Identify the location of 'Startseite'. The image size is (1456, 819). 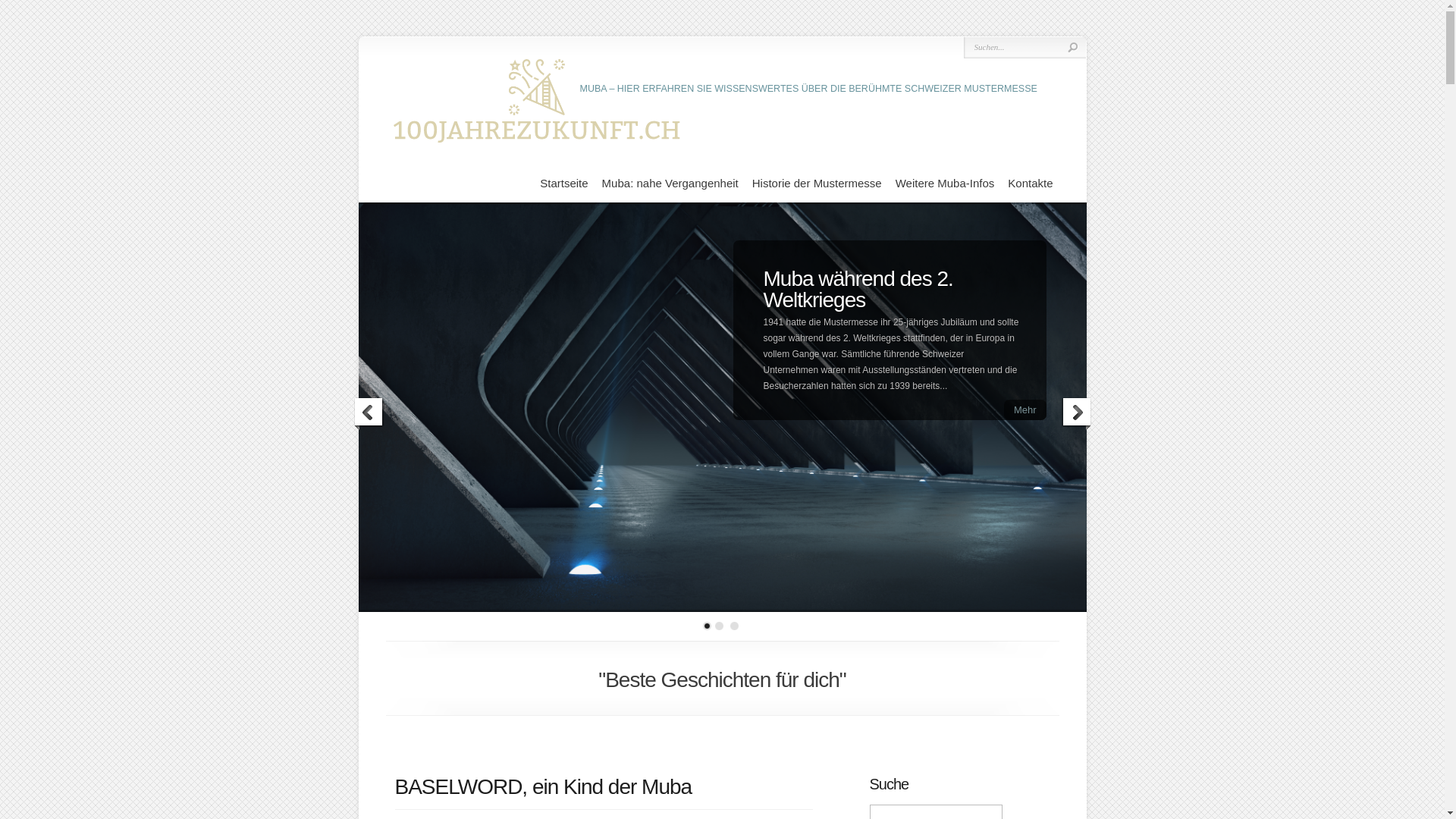
(563, 183).